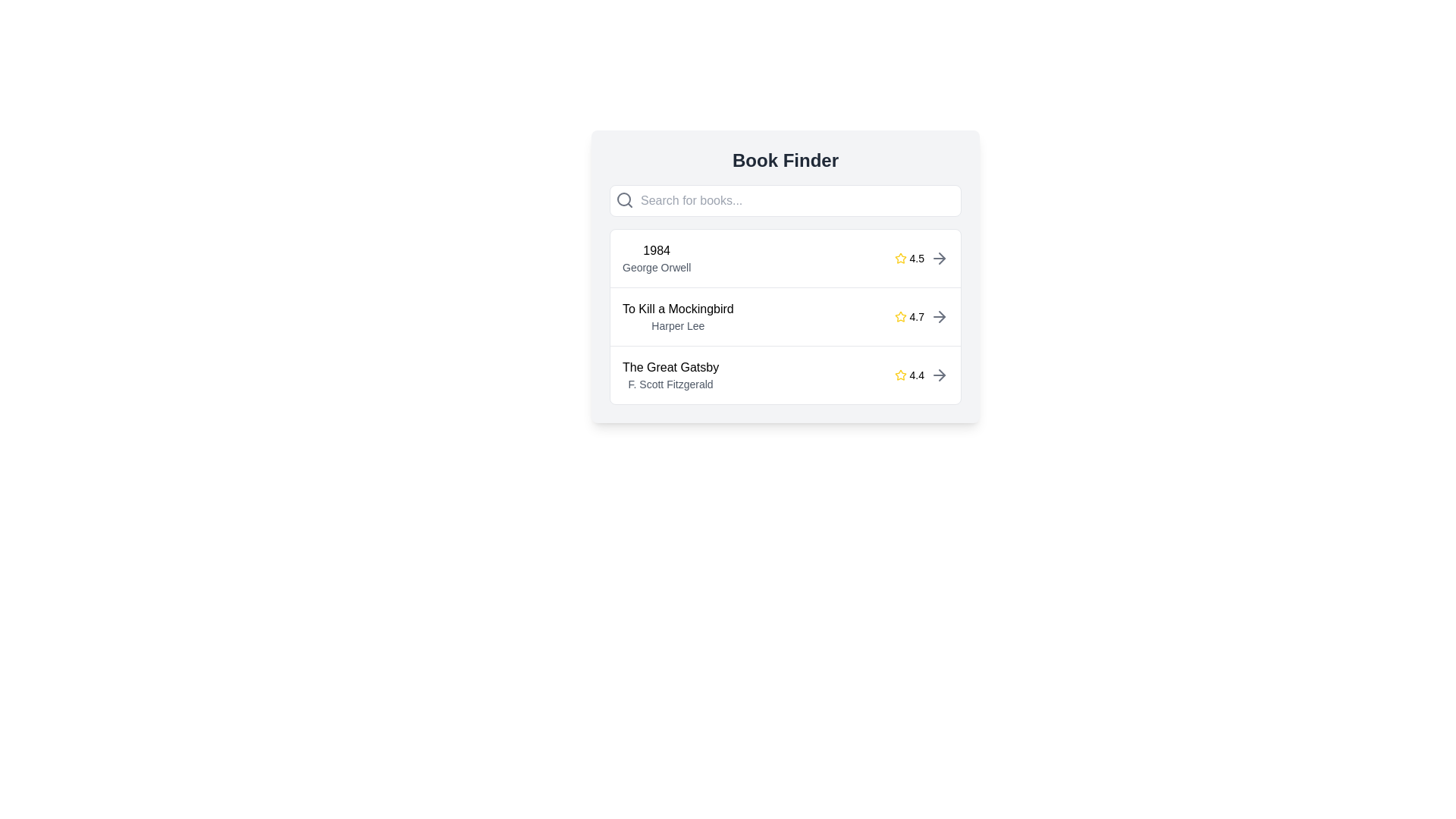 This screenshot has width=1456, height=819. Describe the element at coordinates (677, 309) in the screenshot. I see `the static text label displaying the title of a book, located in the second row of the 'Book Finder' list` at that location.